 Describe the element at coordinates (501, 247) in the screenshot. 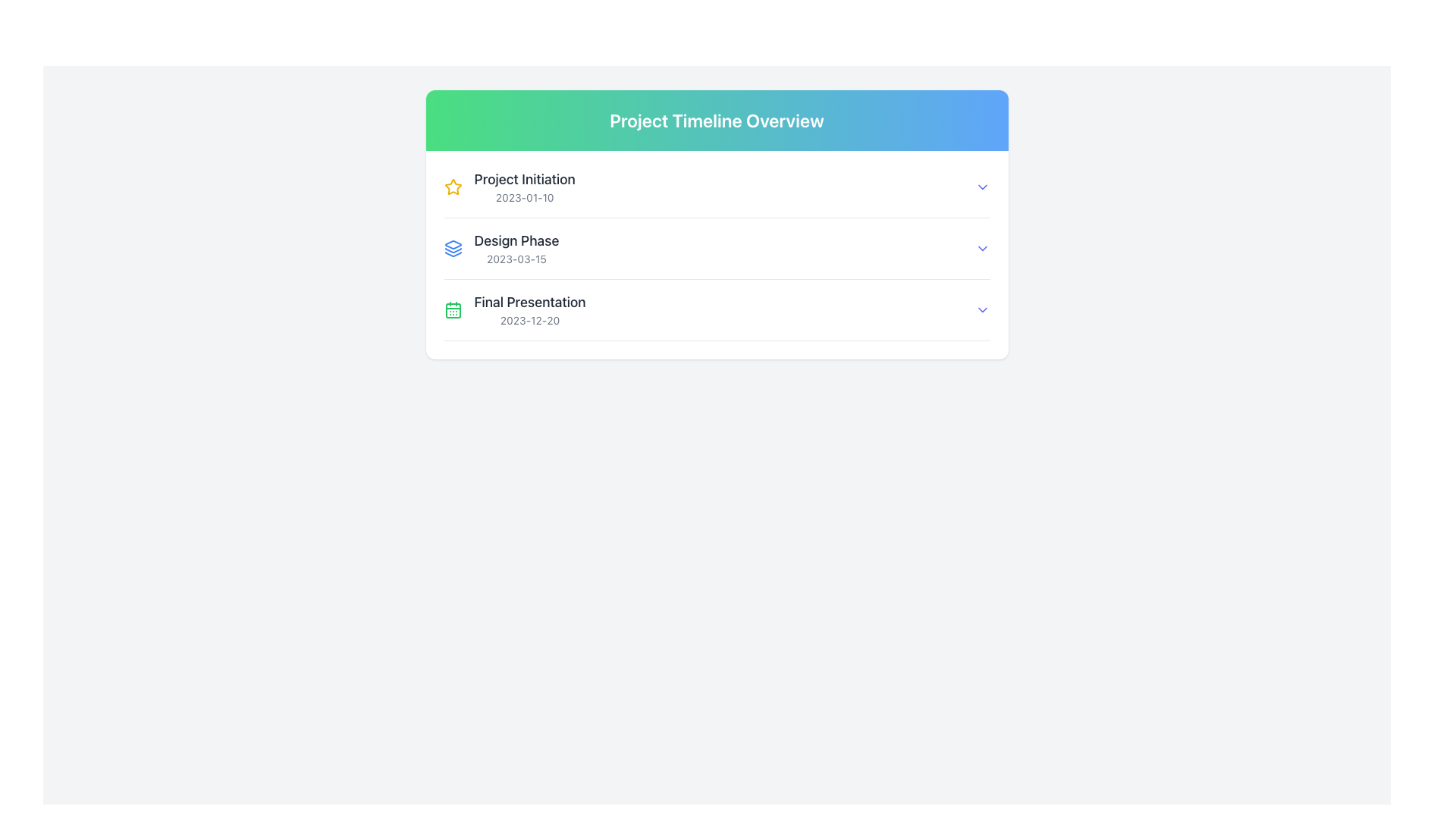

I see `the second list item in the 'Project Timeline Overview' that represents the 'Design Phase' milestone` at that location.